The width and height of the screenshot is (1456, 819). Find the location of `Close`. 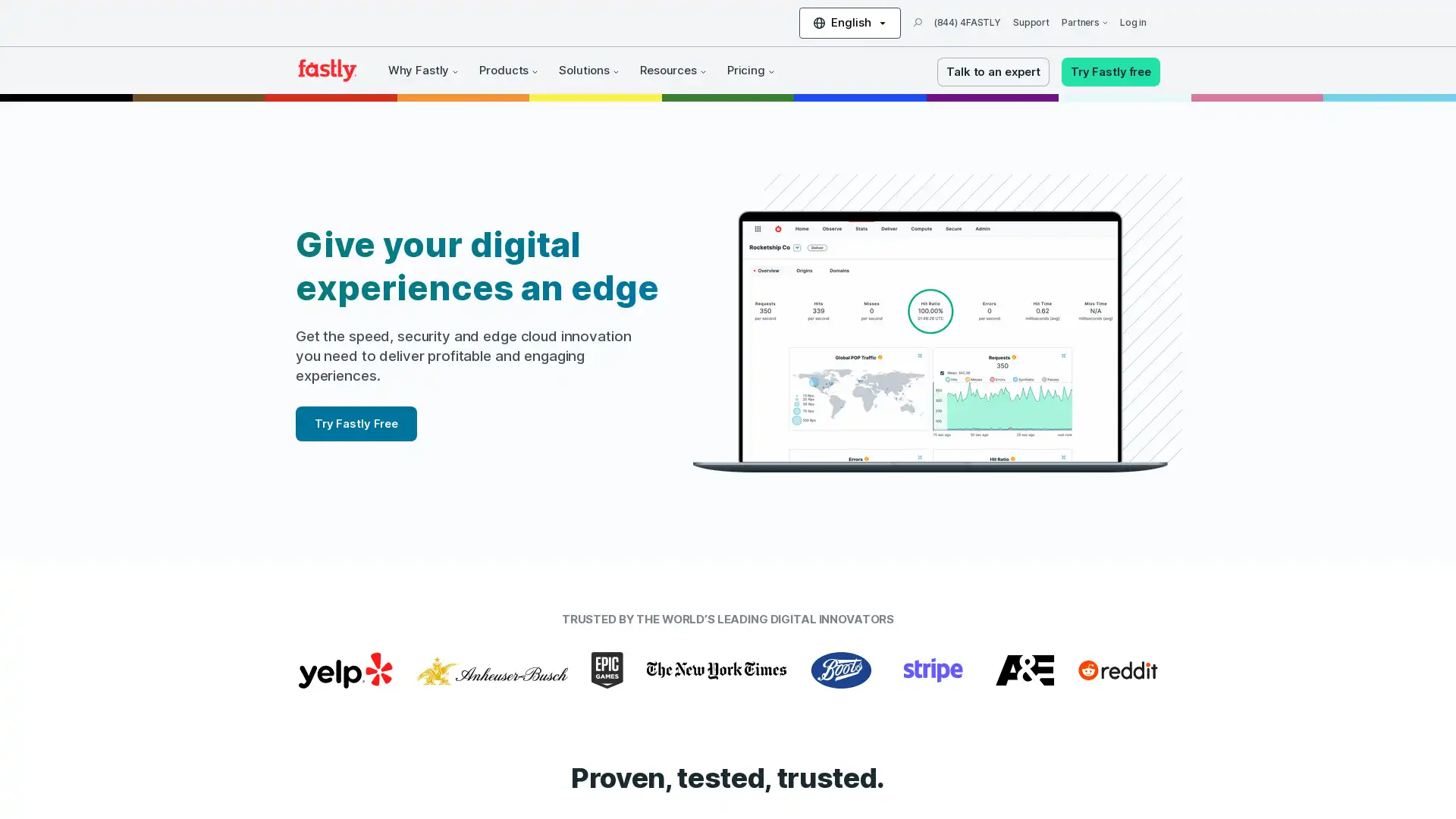

Close is located at coordinates (277, 614).